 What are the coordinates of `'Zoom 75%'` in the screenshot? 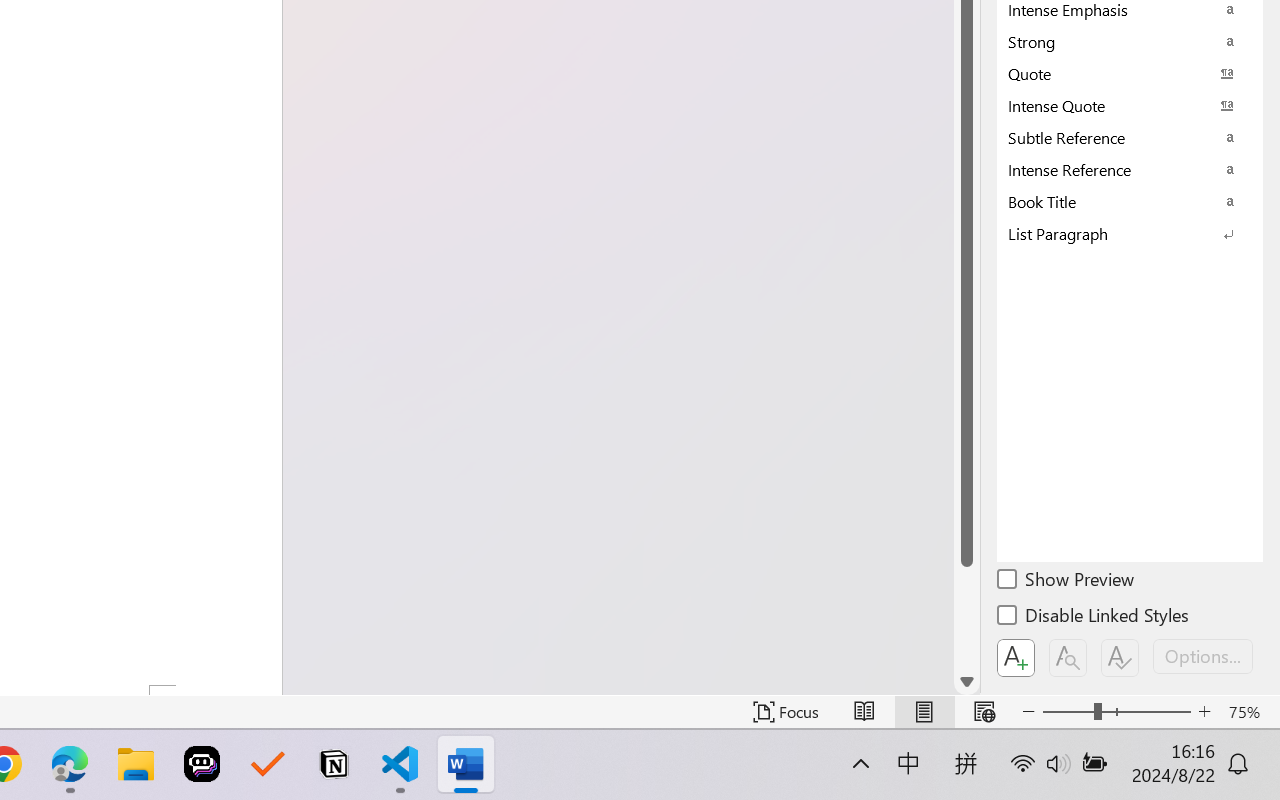 It's located at (1248, 711).